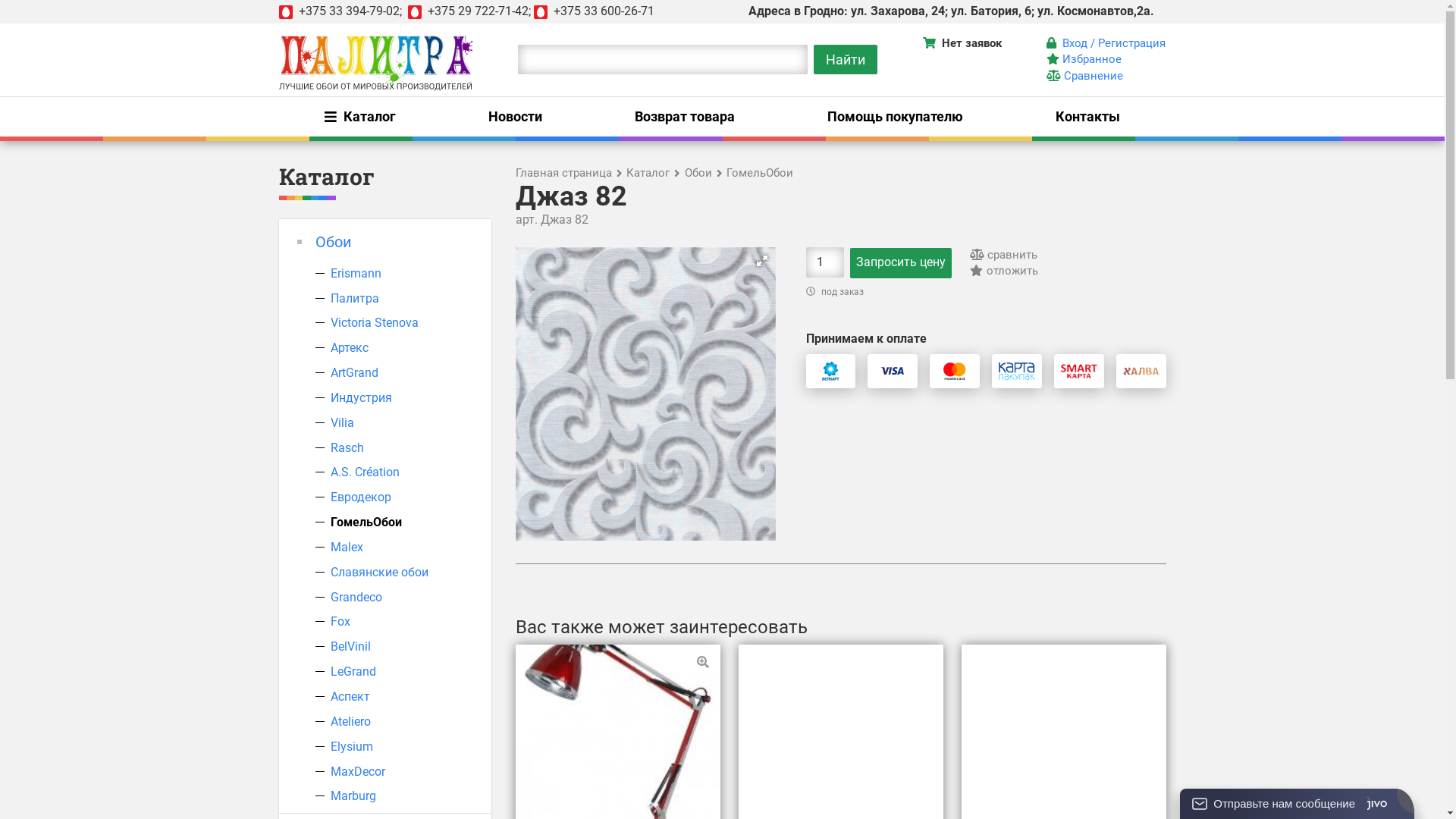  What do you see at coordinates (330, 322) in the screenshot?
I see `'Victoria Stenova'` at bounding box center [330, 322].